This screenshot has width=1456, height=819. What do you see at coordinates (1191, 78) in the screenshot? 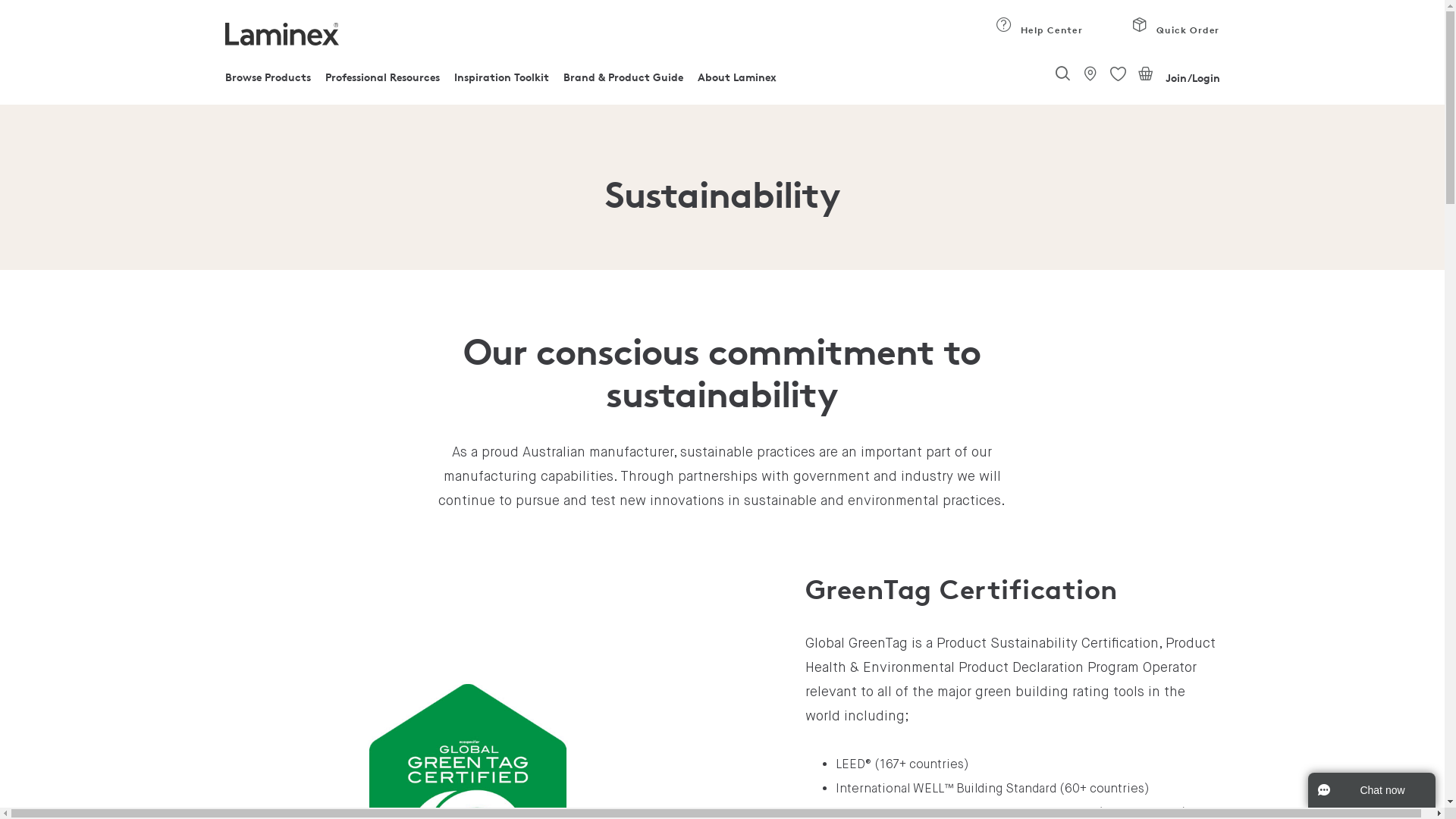
I see `'Join/Login'` at bounding box center [1191, 78].